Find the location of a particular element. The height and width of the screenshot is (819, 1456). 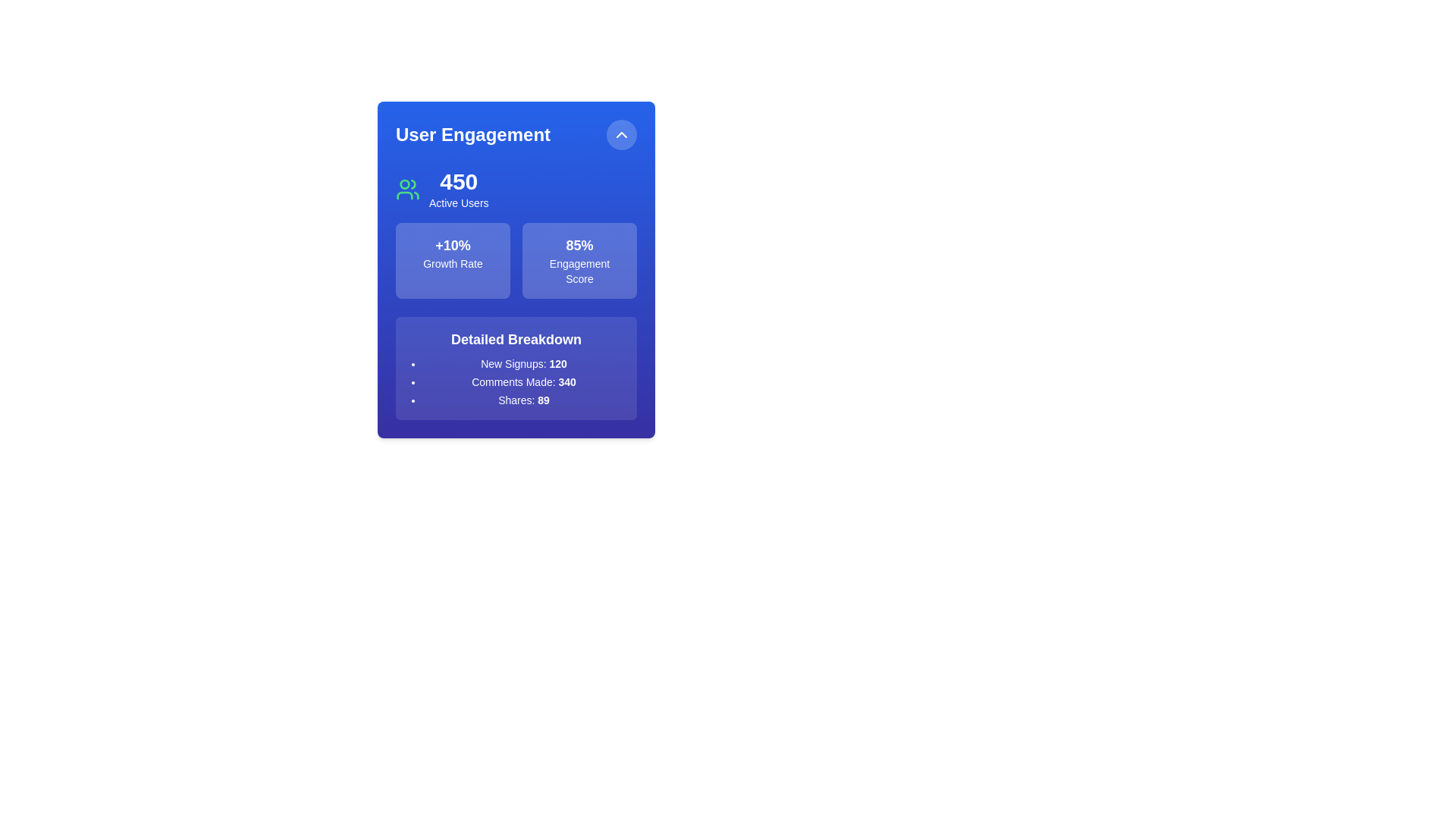

the upward-pointing chevron triangle icon located in the top-right corner of the User Engagement card, which is within a rounded, transparent white circle over a blue background is located at coordinates (622, 133).